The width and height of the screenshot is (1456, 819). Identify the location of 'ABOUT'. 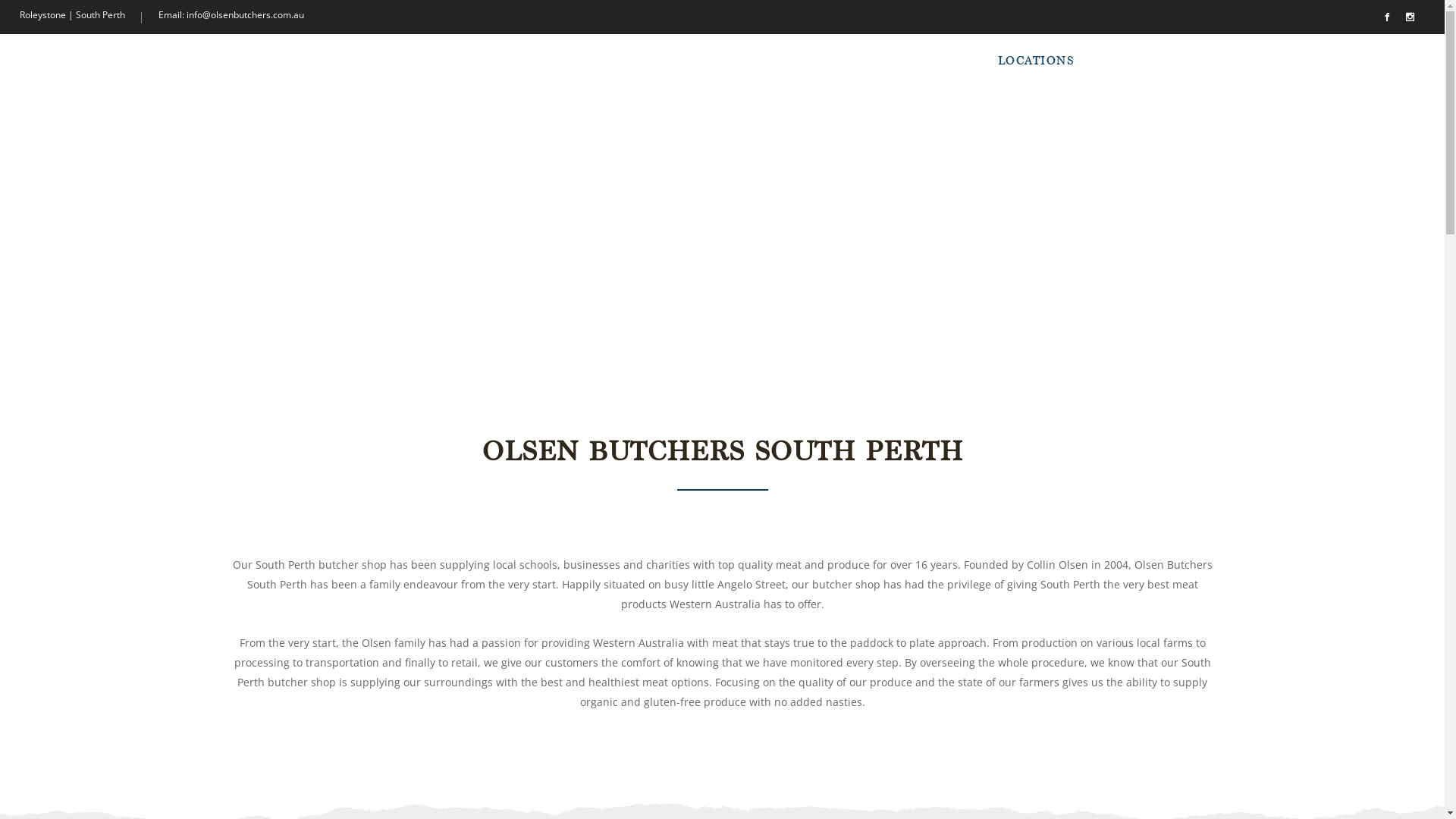
(948, 59).